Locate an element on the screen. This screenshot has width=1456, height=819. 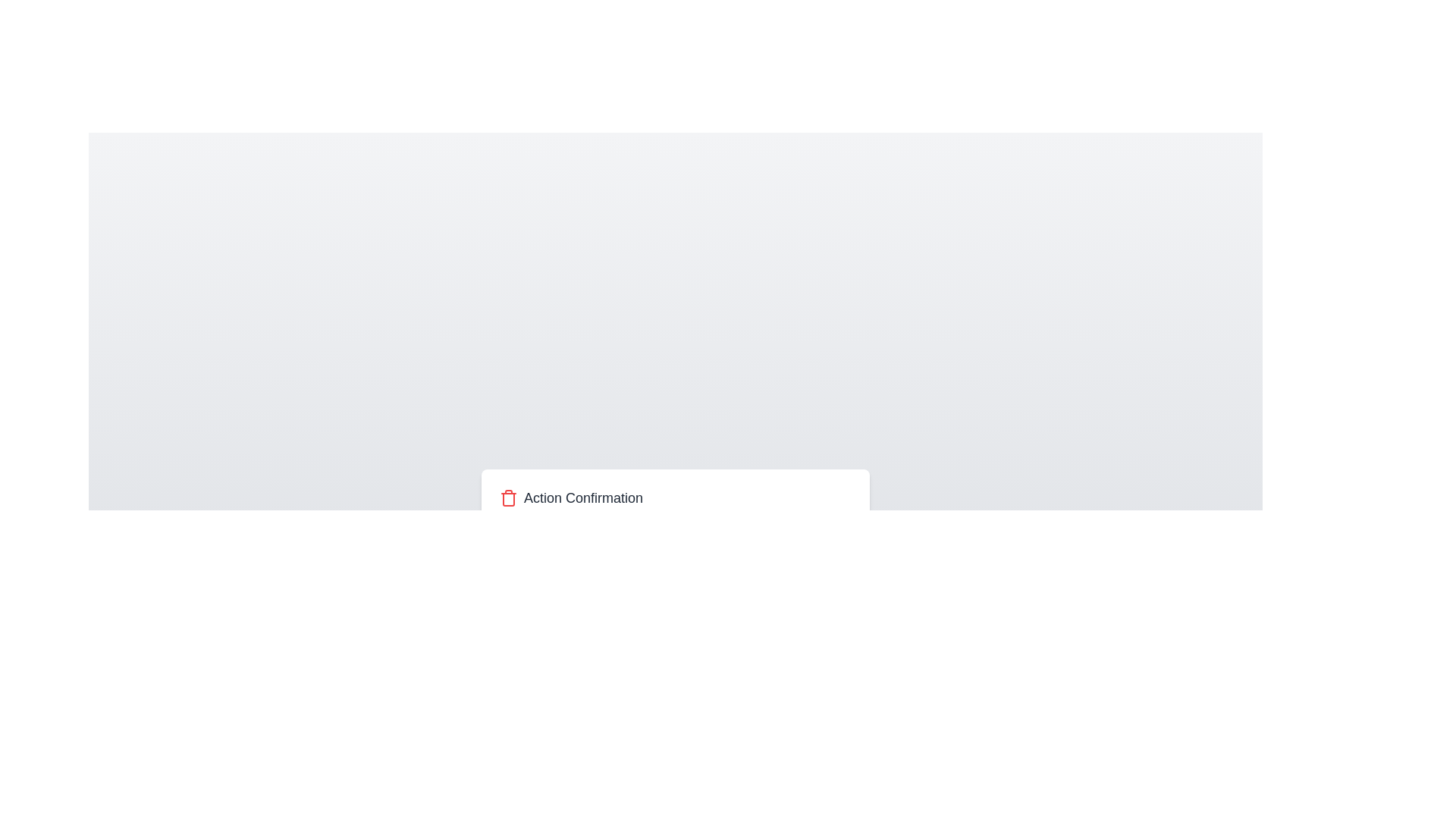
the associated icon in the header of the modal dialog that signifies action confirmation is located at coordinates (675, 497).